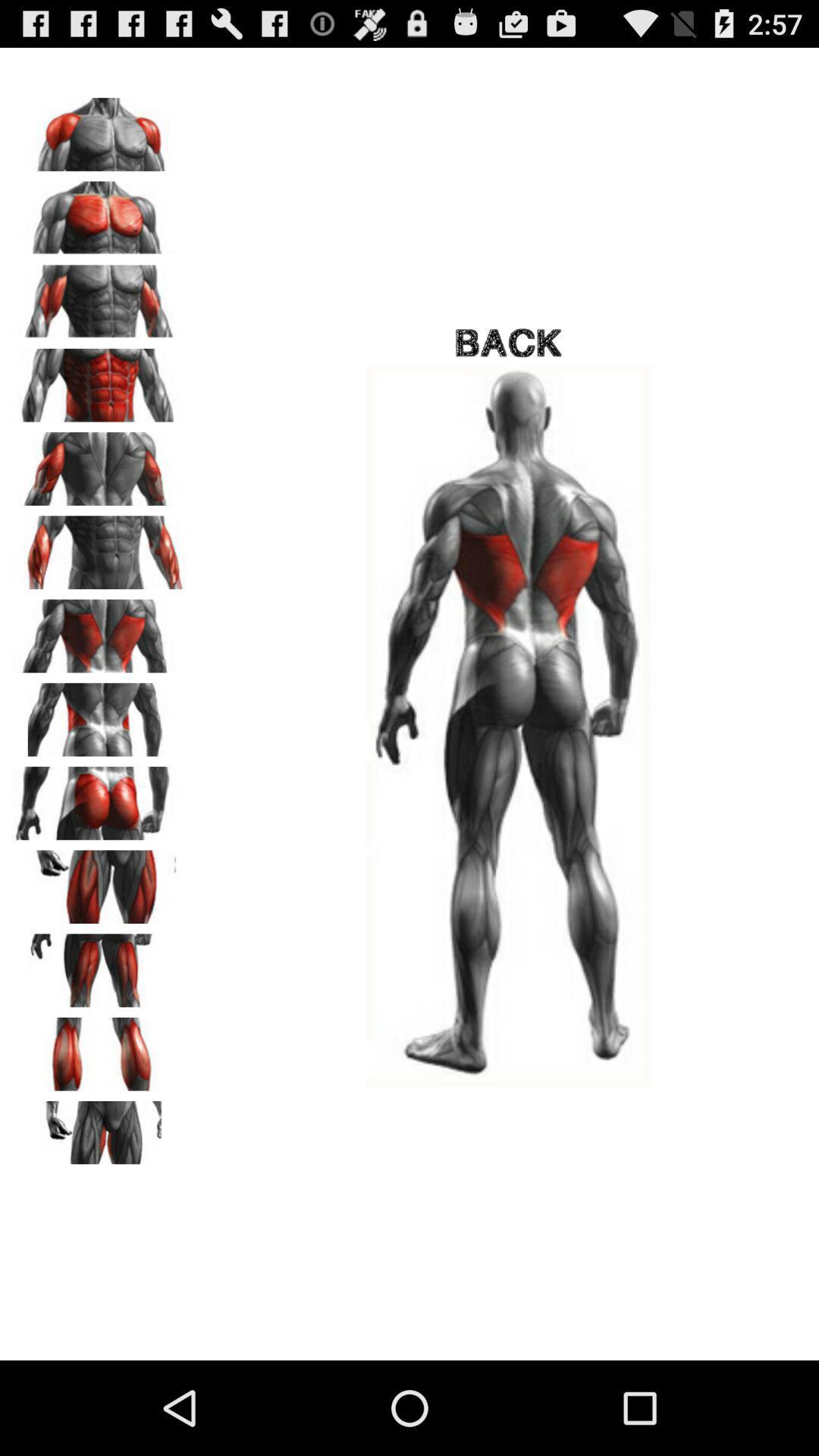 The image size is (819, 1456). I want to click on area, so click(99, 631).